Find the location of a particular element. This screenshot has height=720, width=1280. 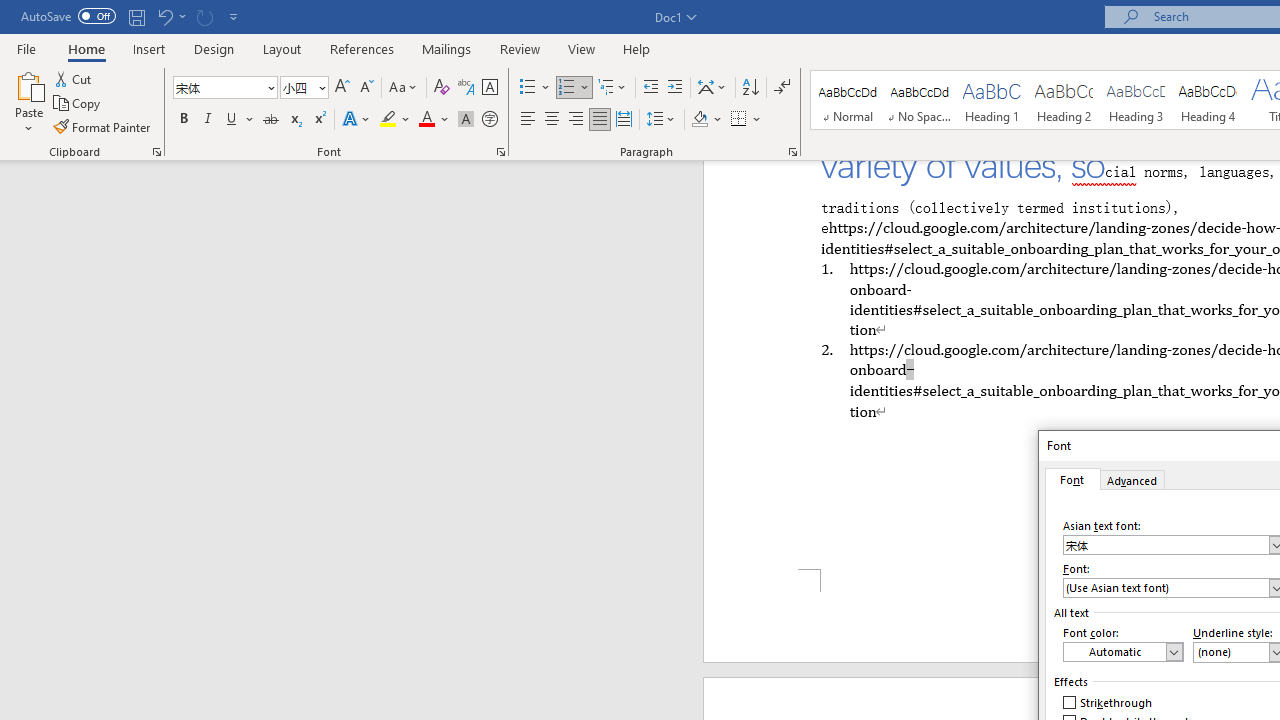

'Enclose Characters...' is located at coordinates (489, 119).